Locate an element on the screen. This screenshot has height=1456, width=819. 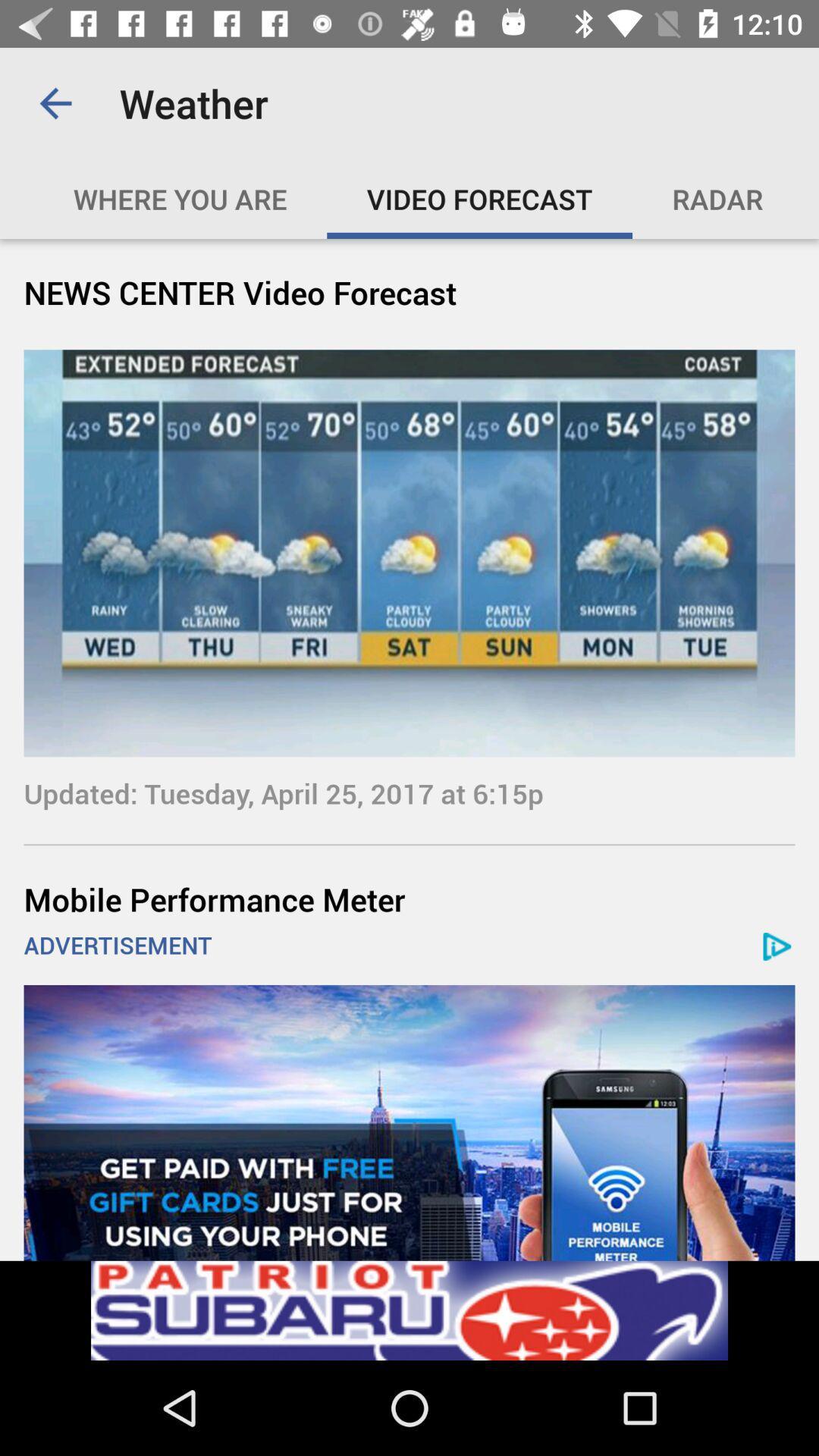
click on advertisement is located at coordinates (409, 1122).